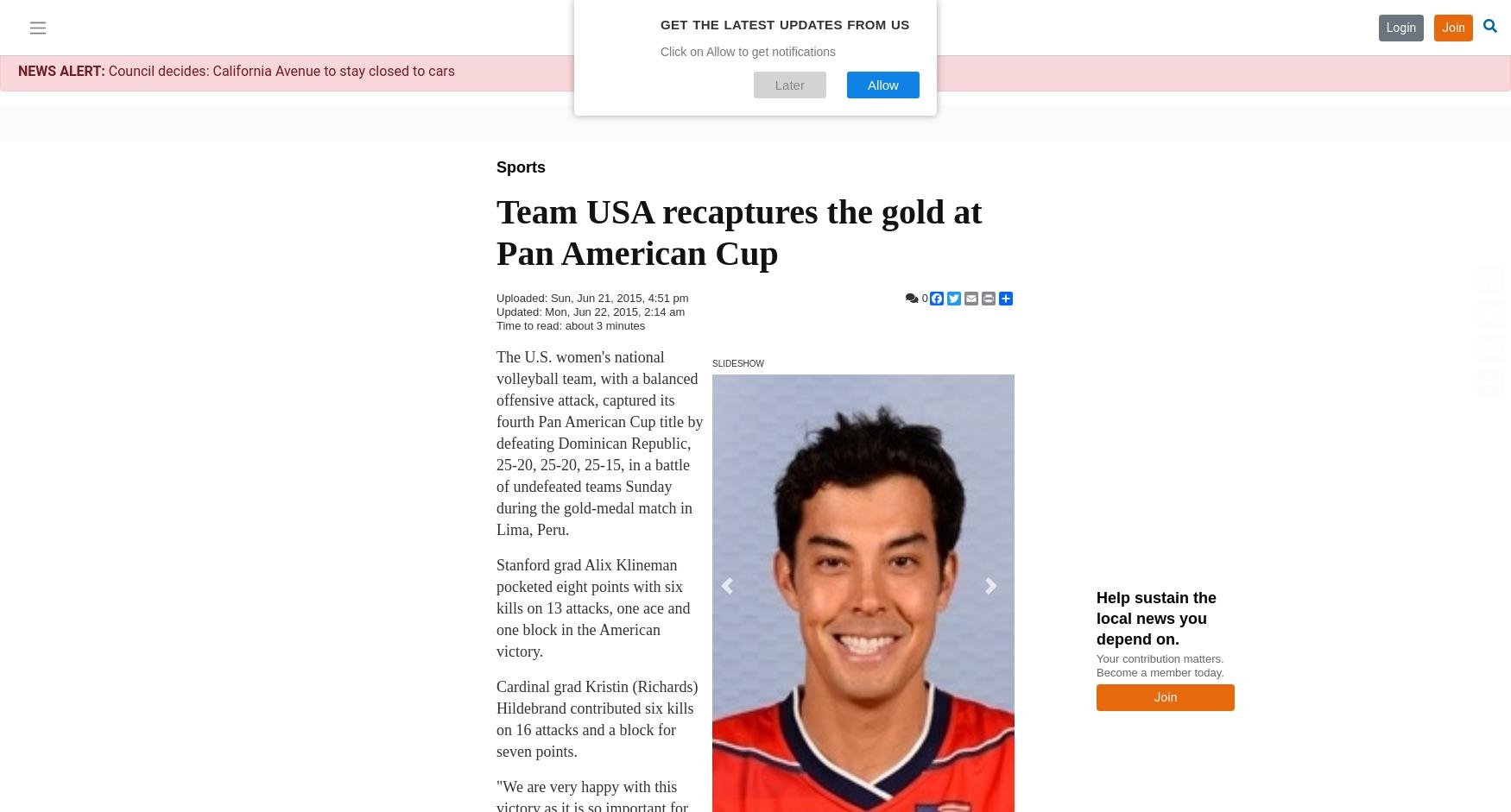 The width and height of the screenshot is (1511, 812). Describe the element at coordinates (279, 70) in the screenshot. I see `'Council decides: California Avenue to stay closed to cars'` at that location.